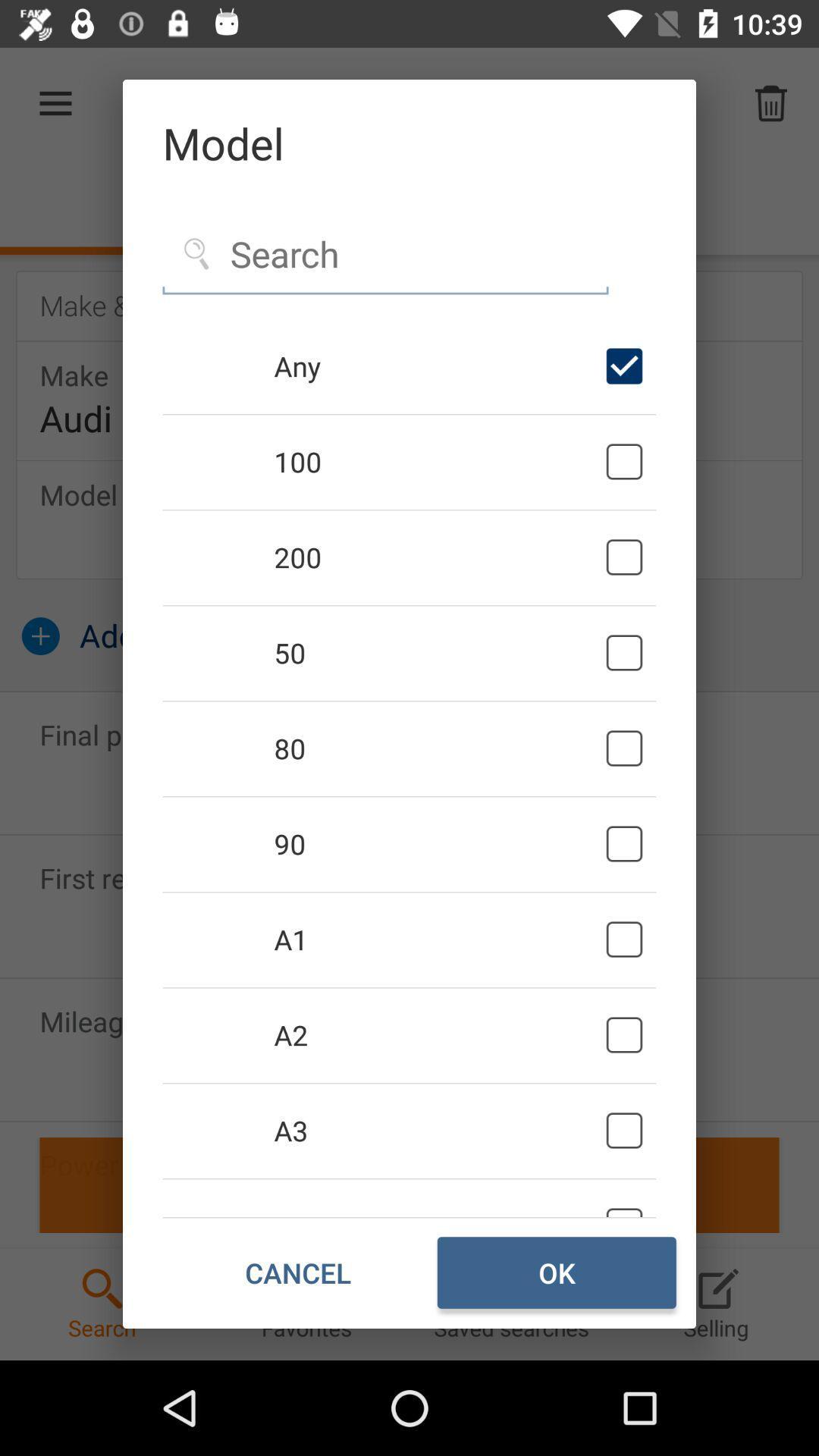 The width and height of the screenshot is (819, 1456). What do you see at coordinates (557, 1272) in the screenshot?
I see `item next to cancel item` at bounding box center [557, 1272].